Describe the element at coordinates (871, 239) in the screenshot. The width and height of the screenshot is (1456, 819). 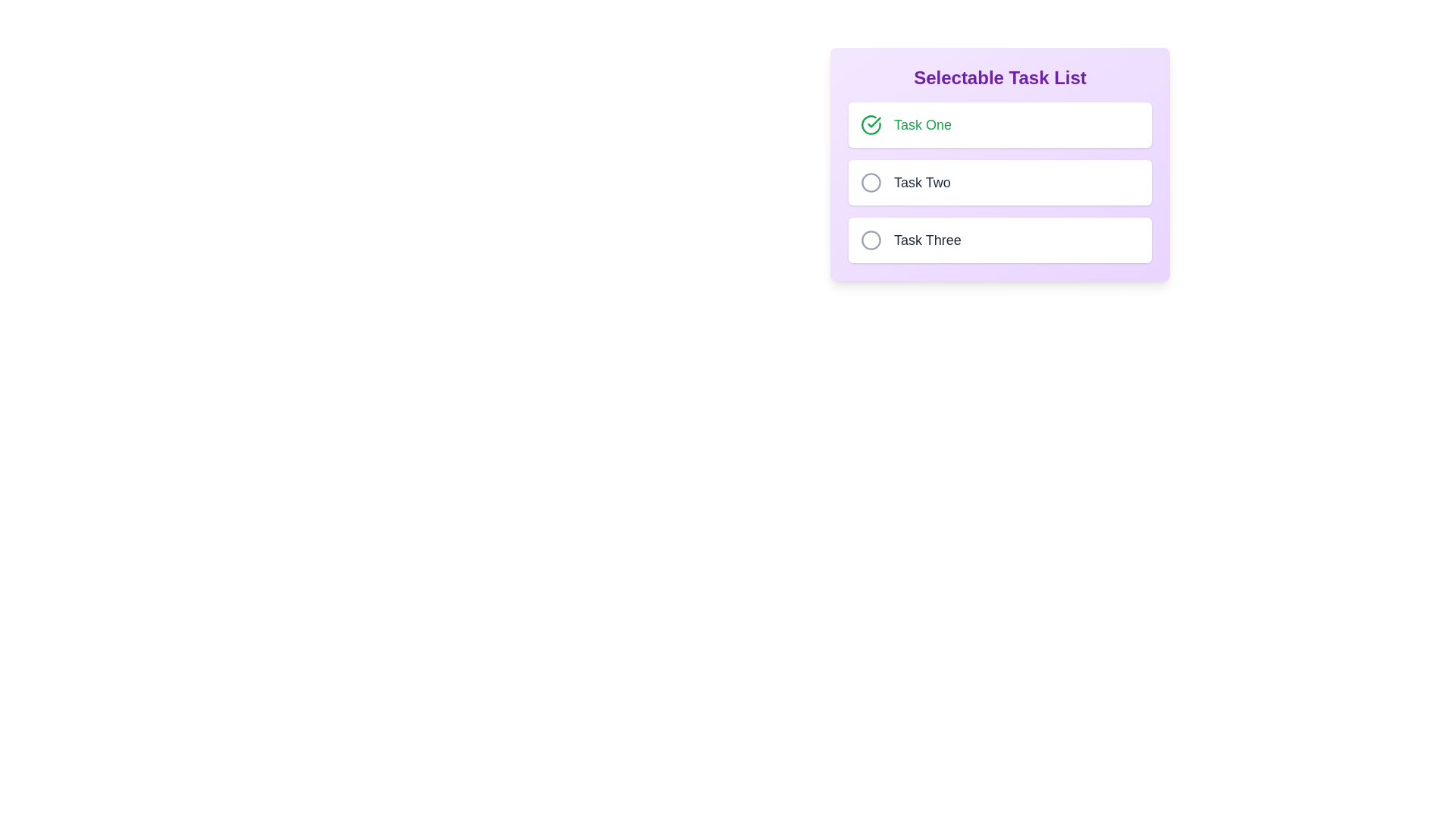
I see `the radio button for 'Task Three' in the 'Selectable Task List'` at that location.